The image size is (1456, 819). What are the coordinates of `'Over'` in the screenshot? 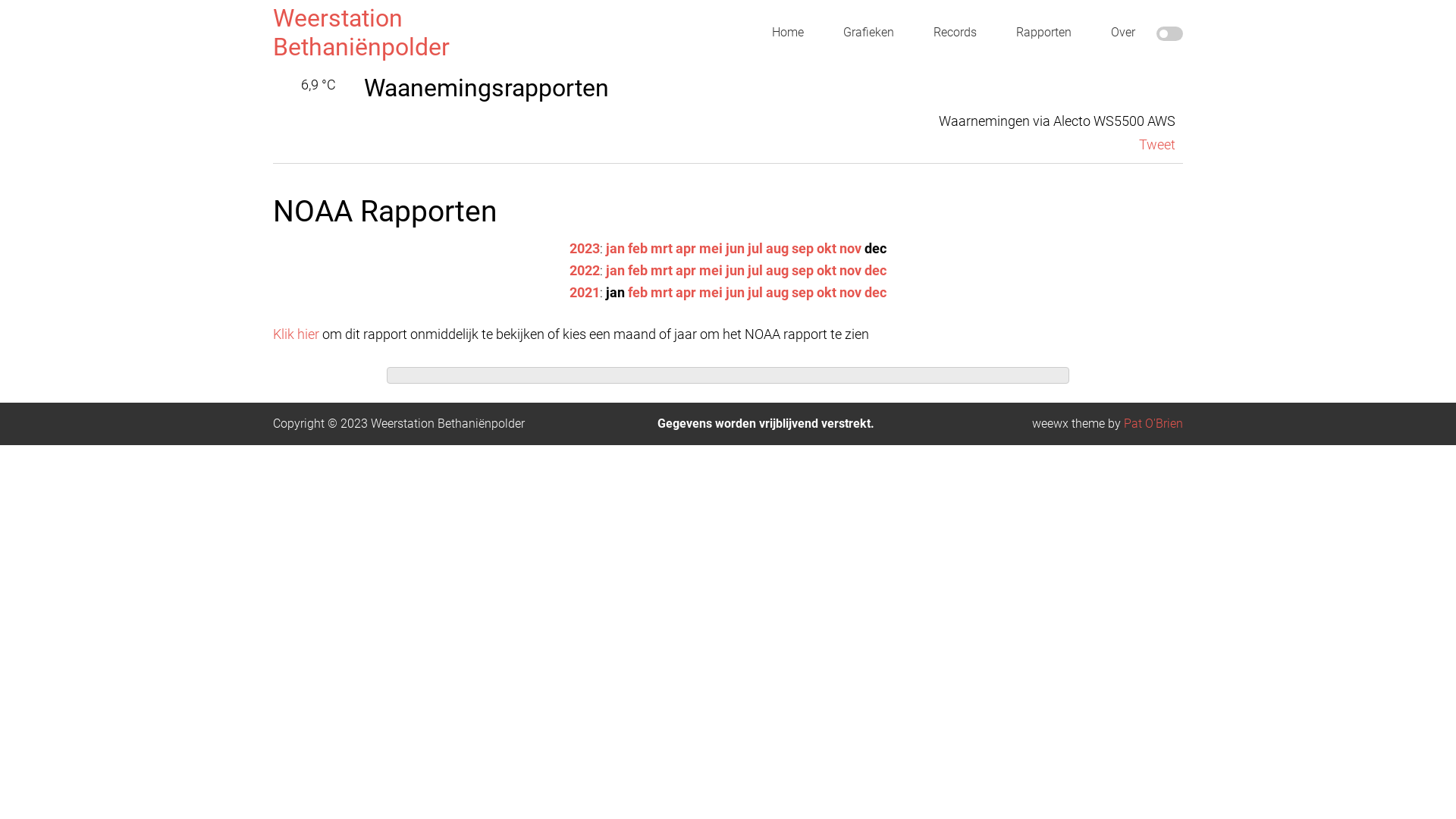 It's located at (1123, 32).